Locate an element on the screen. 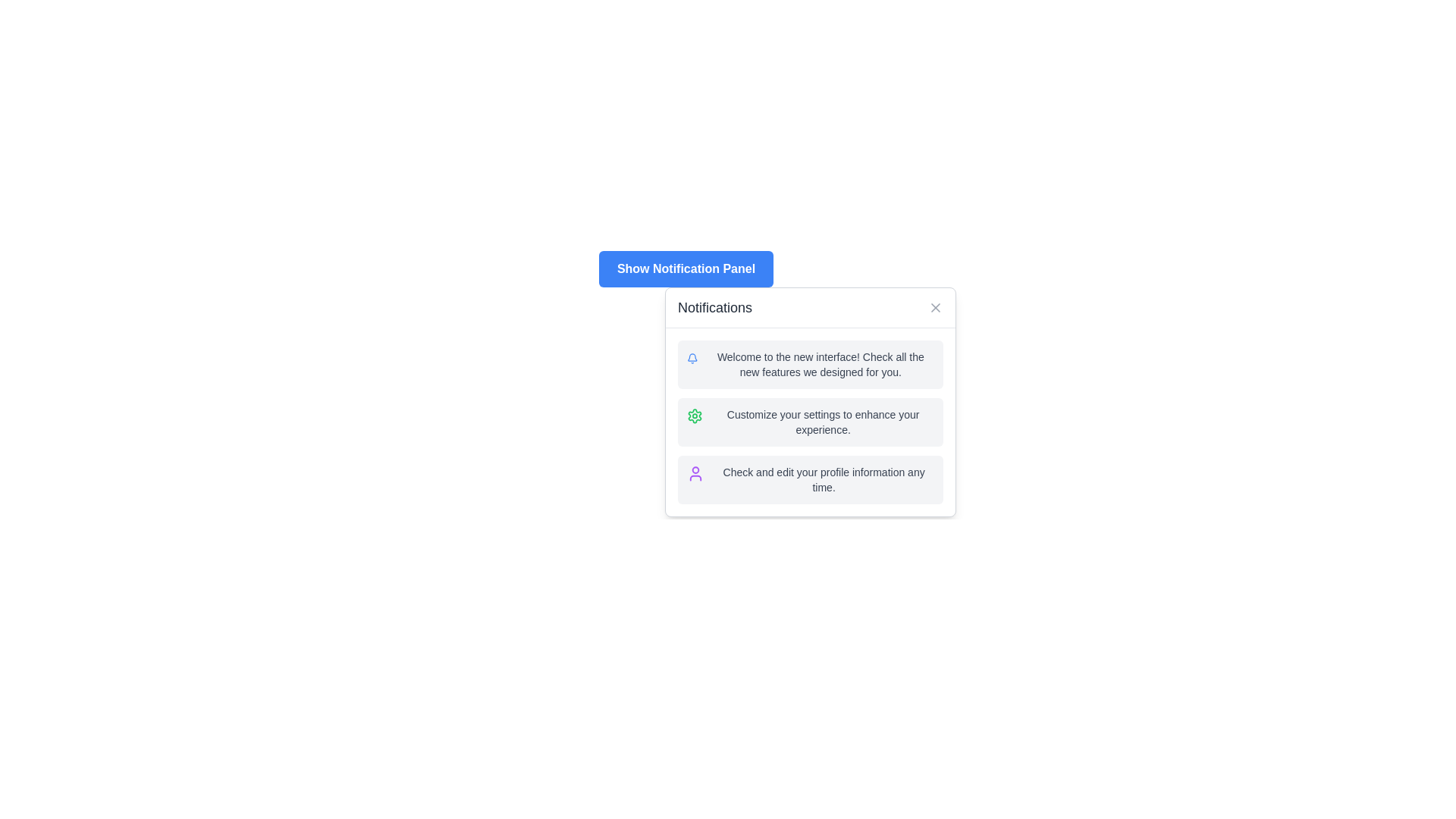 This screenshot has height=819, width=1456. the button that toggles the visibility of the notification panel is located at coordinates (685, 268).